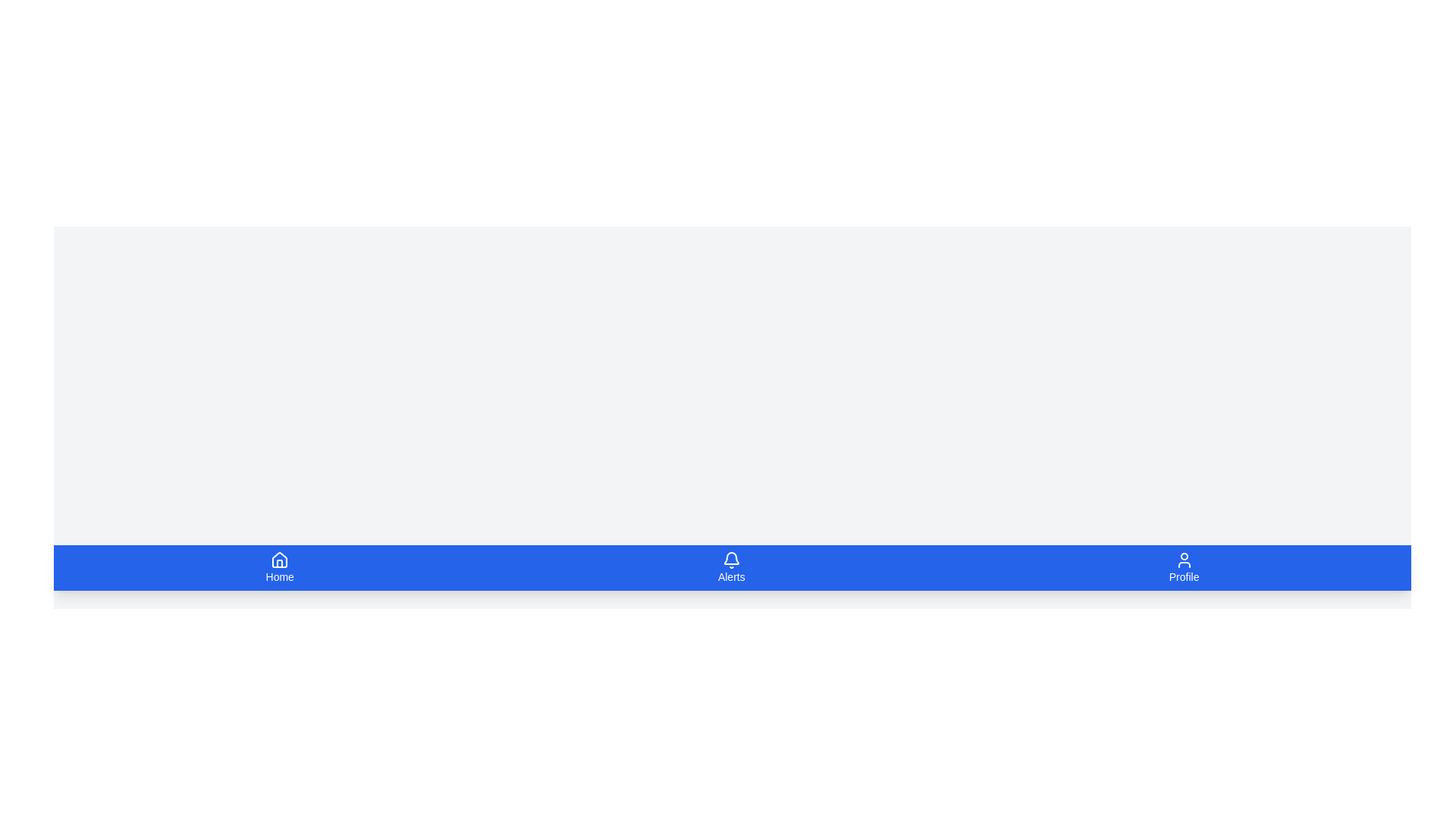 This screenshot has width=1456, height=819. Describe the element at coordinates (731, 560) in the screenshot. I see `the 'Alerts' icon in the bottom navigation bar` at that location.